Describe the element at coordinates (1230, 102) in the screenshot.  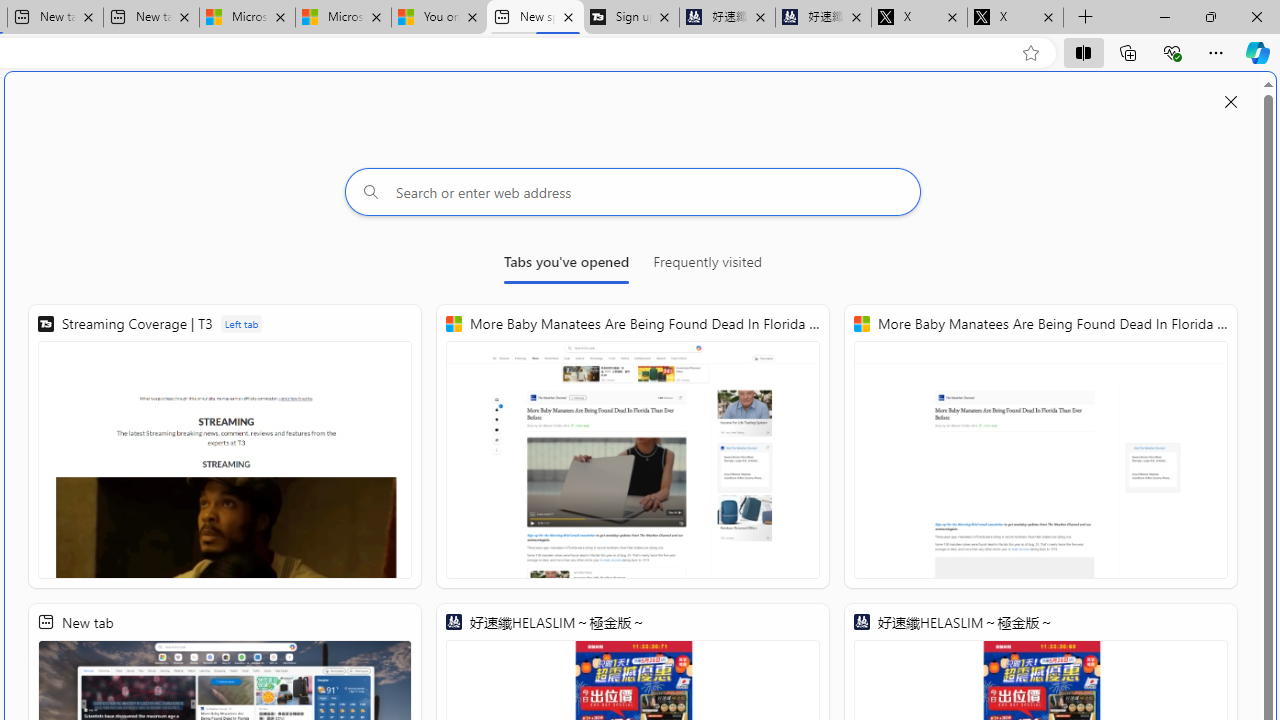
I see `'Close split screen'` at that location.